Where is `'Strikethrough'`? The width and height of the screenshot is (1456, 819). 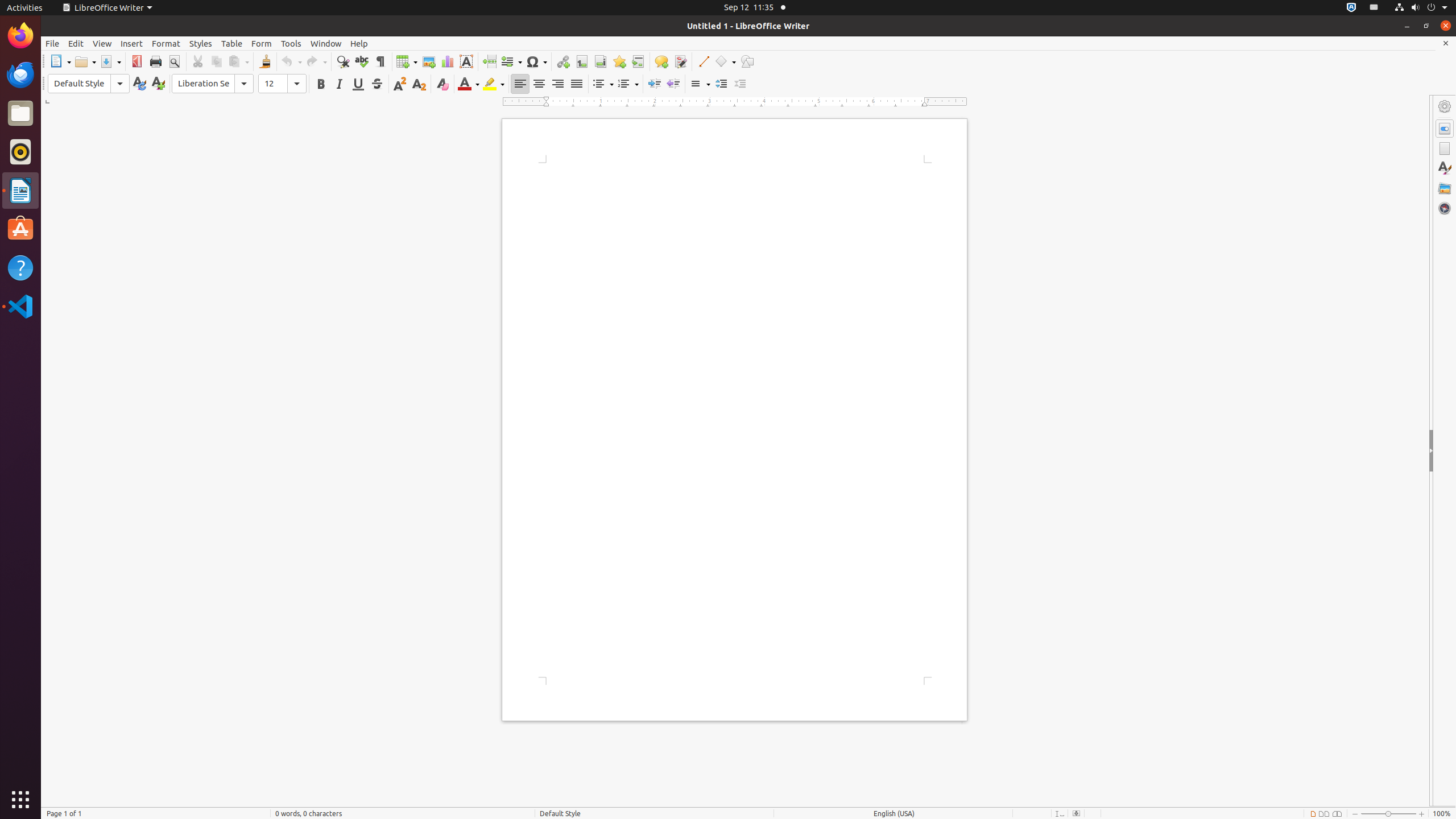 'Strikethrough' is located at coordinates (376, 83).